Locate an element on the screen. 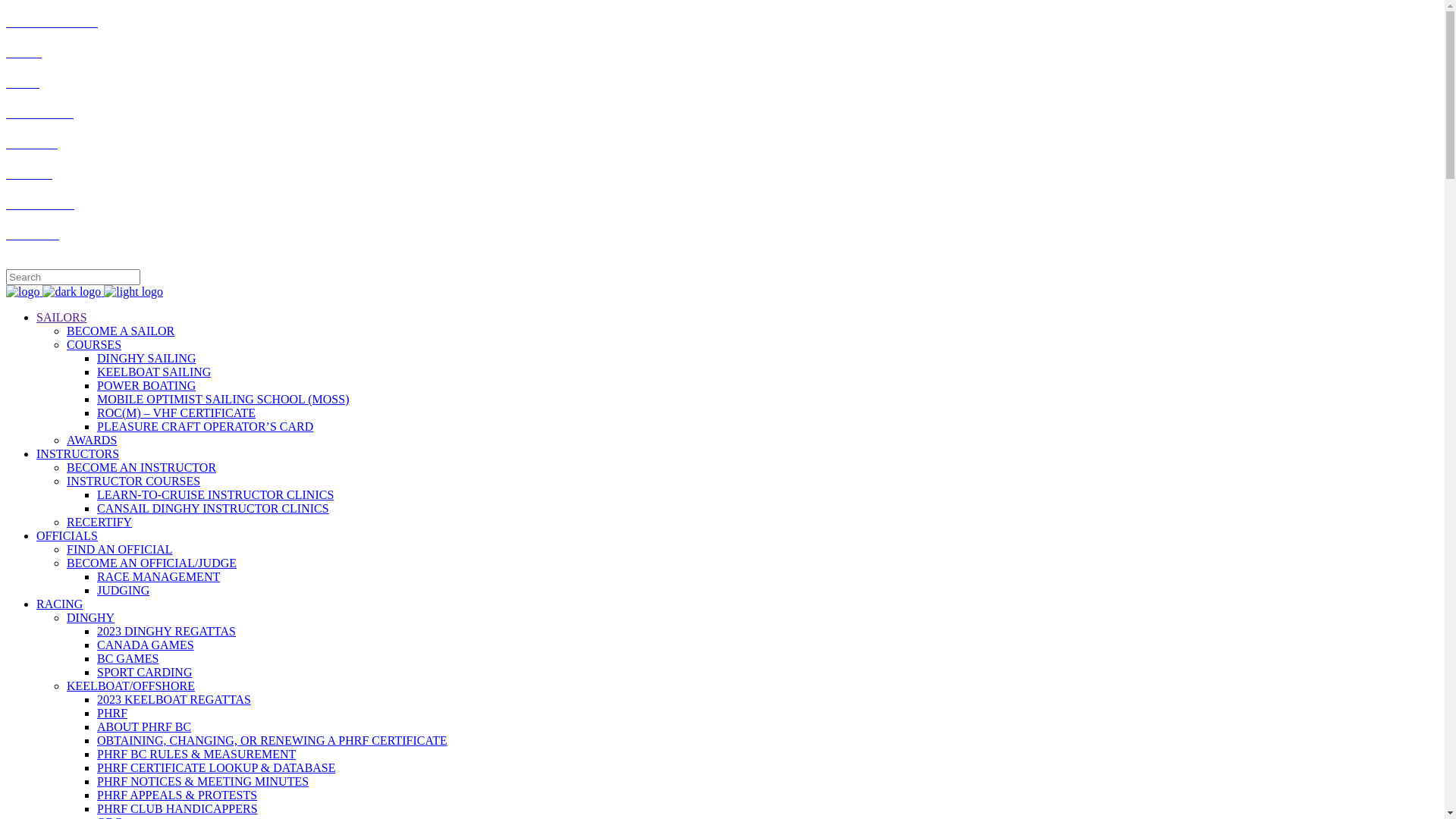  '2023 DINGHY REGATTAS' is located at coordinates (166, 631).